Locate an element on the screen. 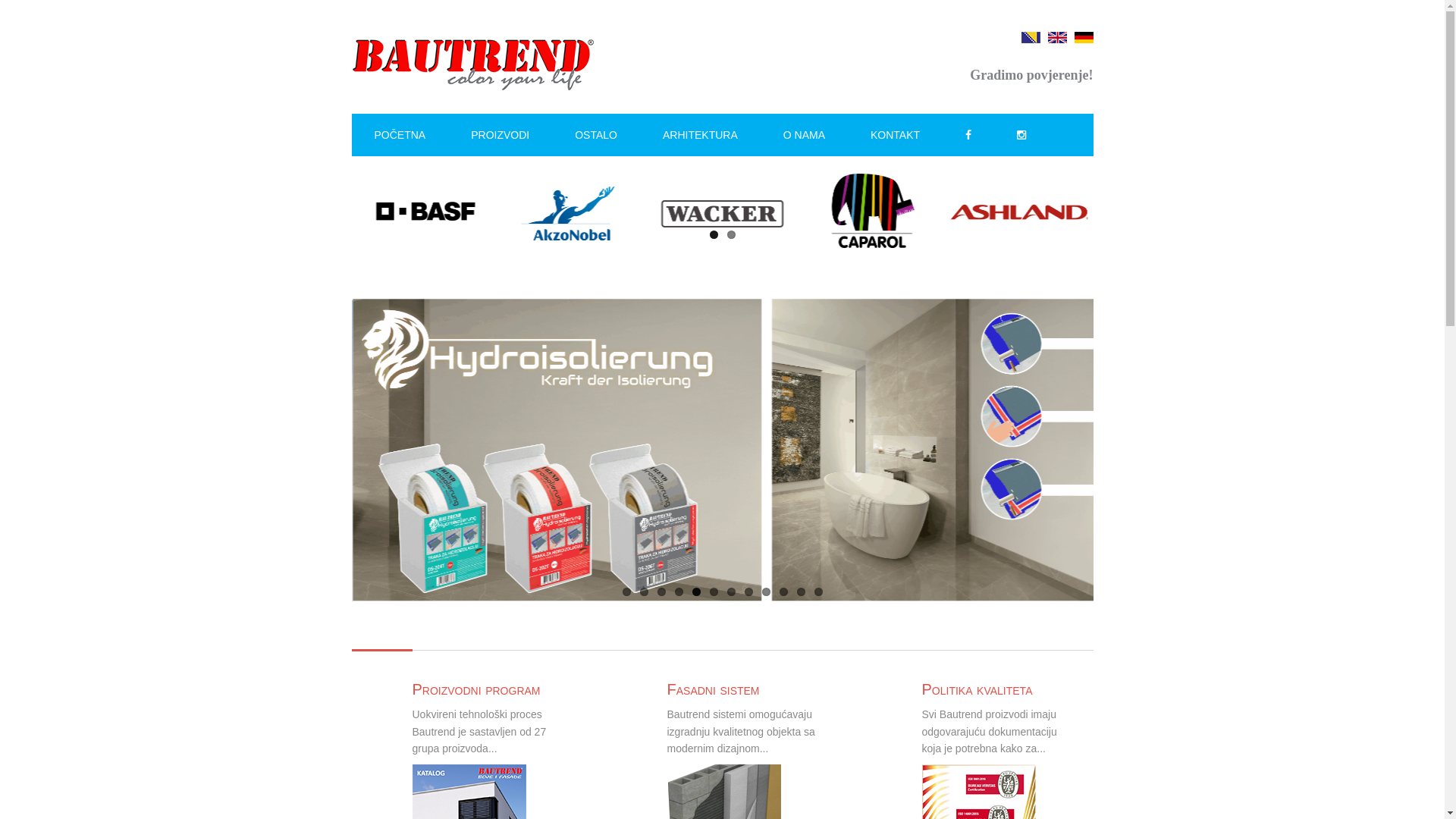 This screenshot has height=819, width=1456. '3' is located at coordinates (661, 591).